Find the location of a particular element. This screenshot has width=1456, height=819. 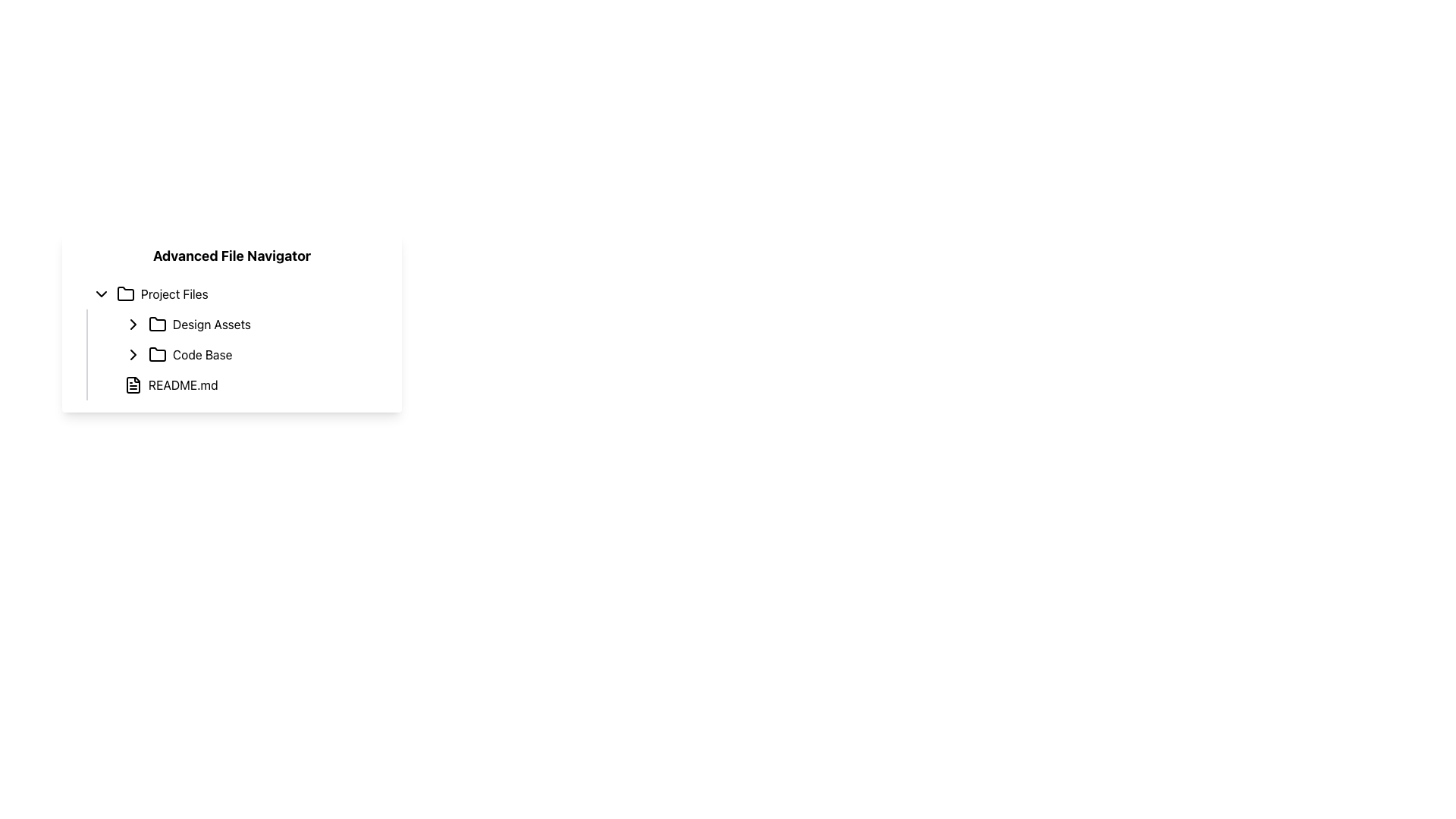

the main body of the file icon, which is a rectangular segment filled with white and outlined with a black border, located in the file navigation menu is located at coordinates (133, 384).